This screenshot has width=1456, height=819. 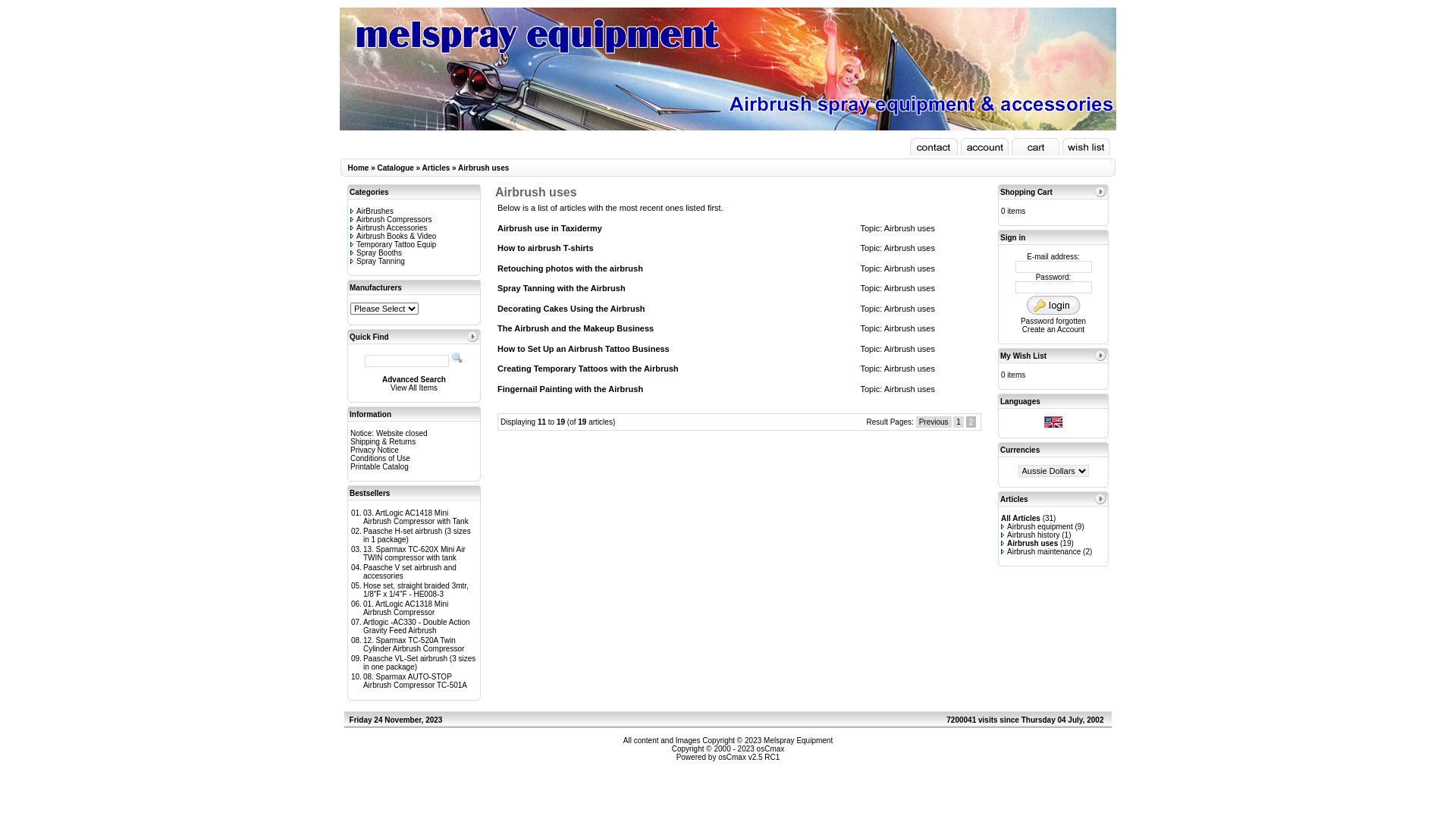 I want to click on 'Temporary Tattoo Equip', so click(x=393, y=243).